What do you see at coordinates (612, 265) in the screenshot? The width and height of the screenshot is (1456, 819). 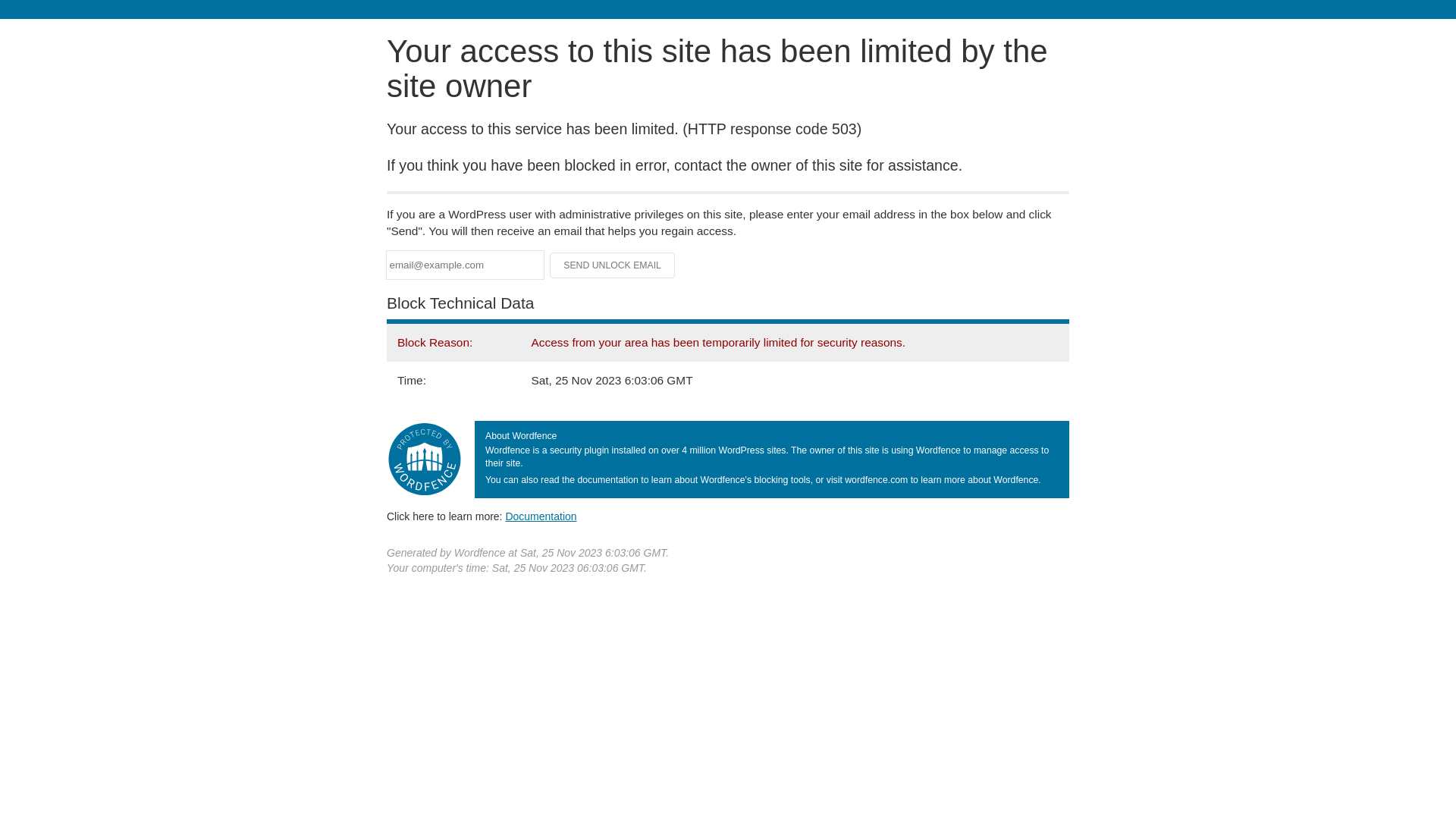 I see `'Send Unlock Email'` at bounding box center [612, 265].